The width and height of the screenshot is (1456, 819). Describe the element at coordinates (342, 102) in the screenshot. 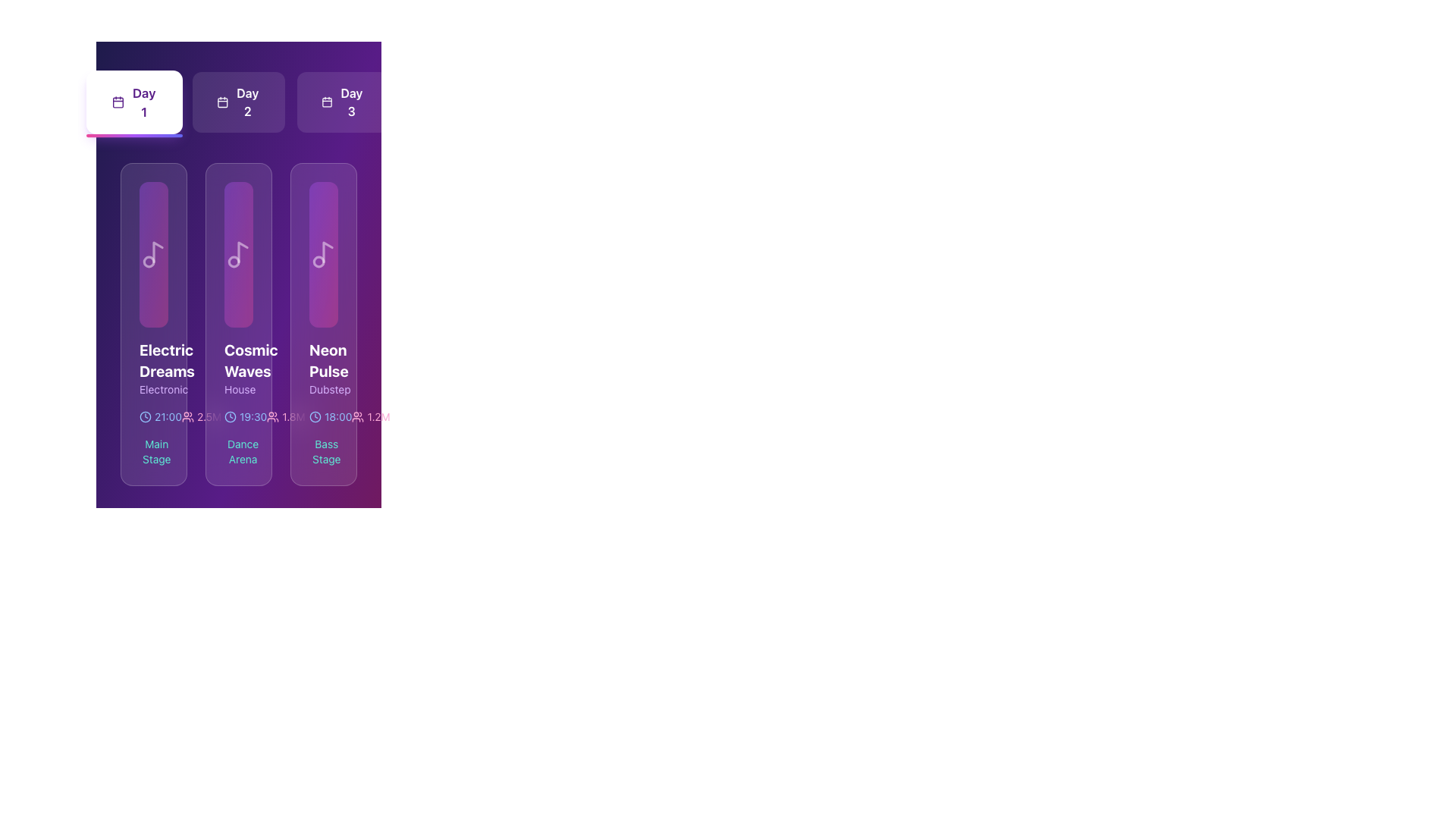

I see `the 'Day 3' button located in the top-right corner of the group of navigational buttons for selecting different days` at that location.